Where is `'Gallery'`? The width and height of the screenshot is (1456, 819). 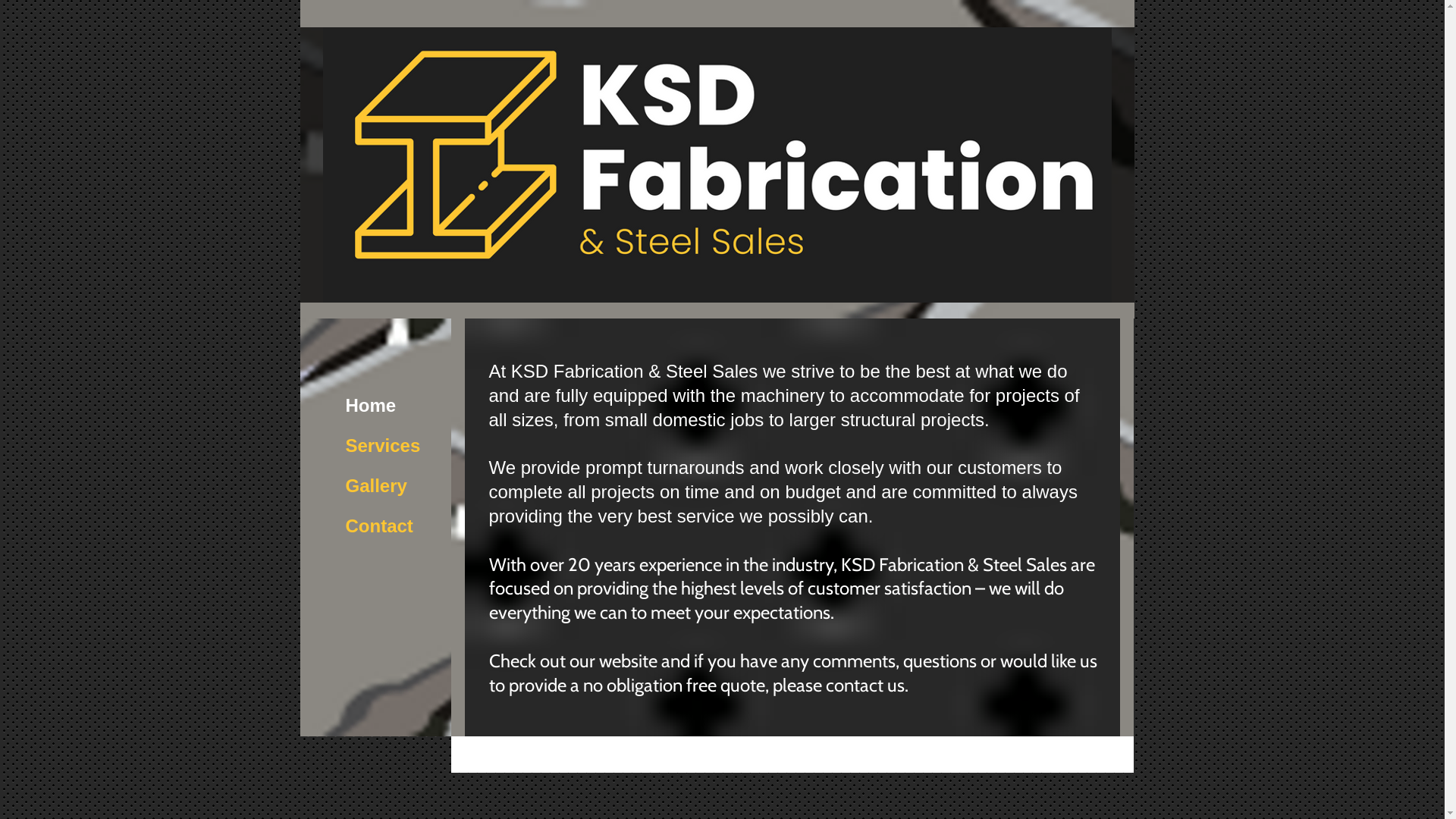
'Gallery' is located at coordinates (337, 485).